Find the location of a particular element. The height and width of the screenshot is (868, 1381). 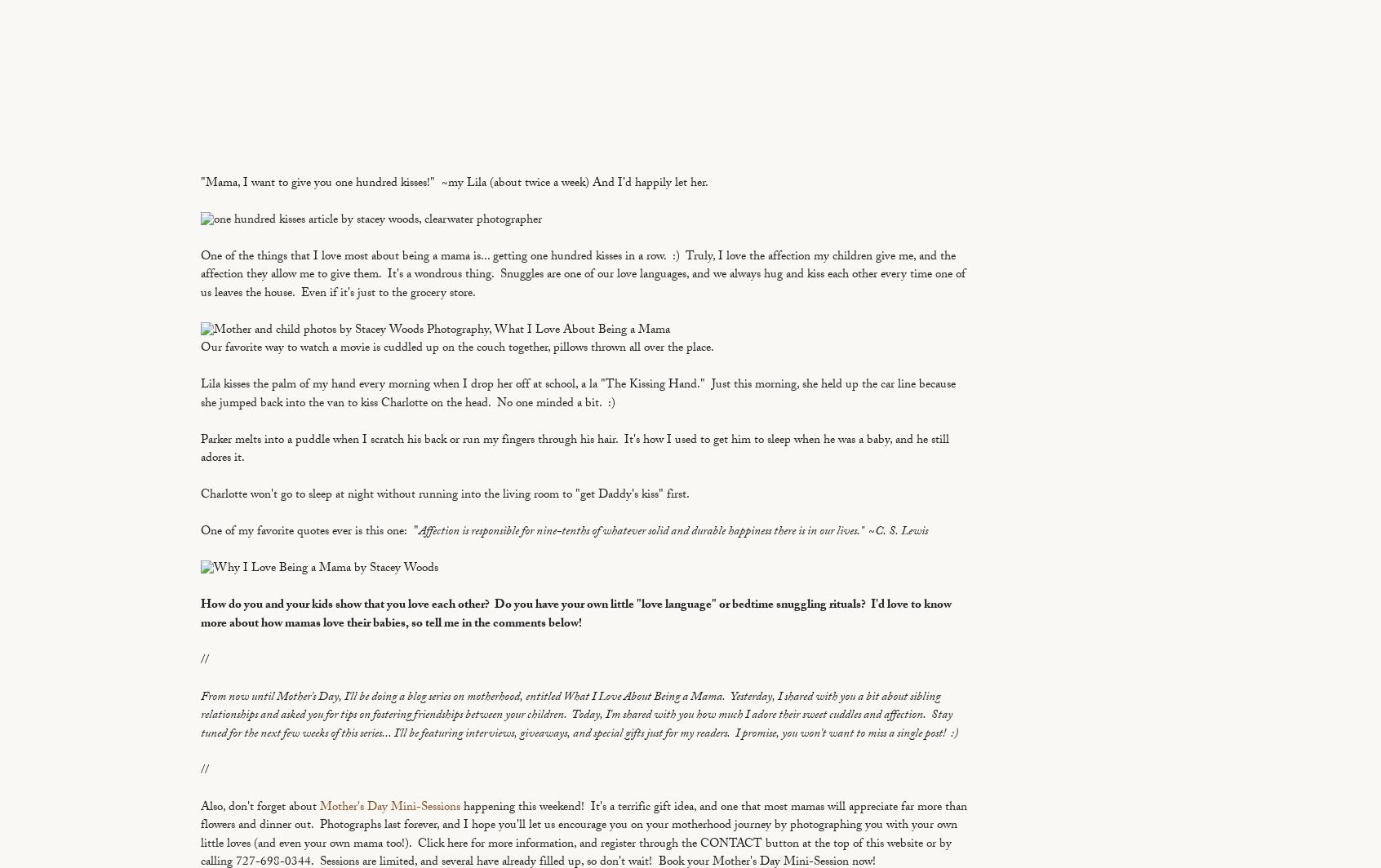

'One of the things that I love most about being a mama is... getting one hundred kisses in a row.  :)  Truly, I love the affection my children give me, and the affection they allow me to give them.  It's a wondrous thing.  Snuggles are one of our love languages, and we always hug and kiss each other every time one of us leaves the house.  Even if it's just to the grocery store.' is located at coordinates (582, 275).